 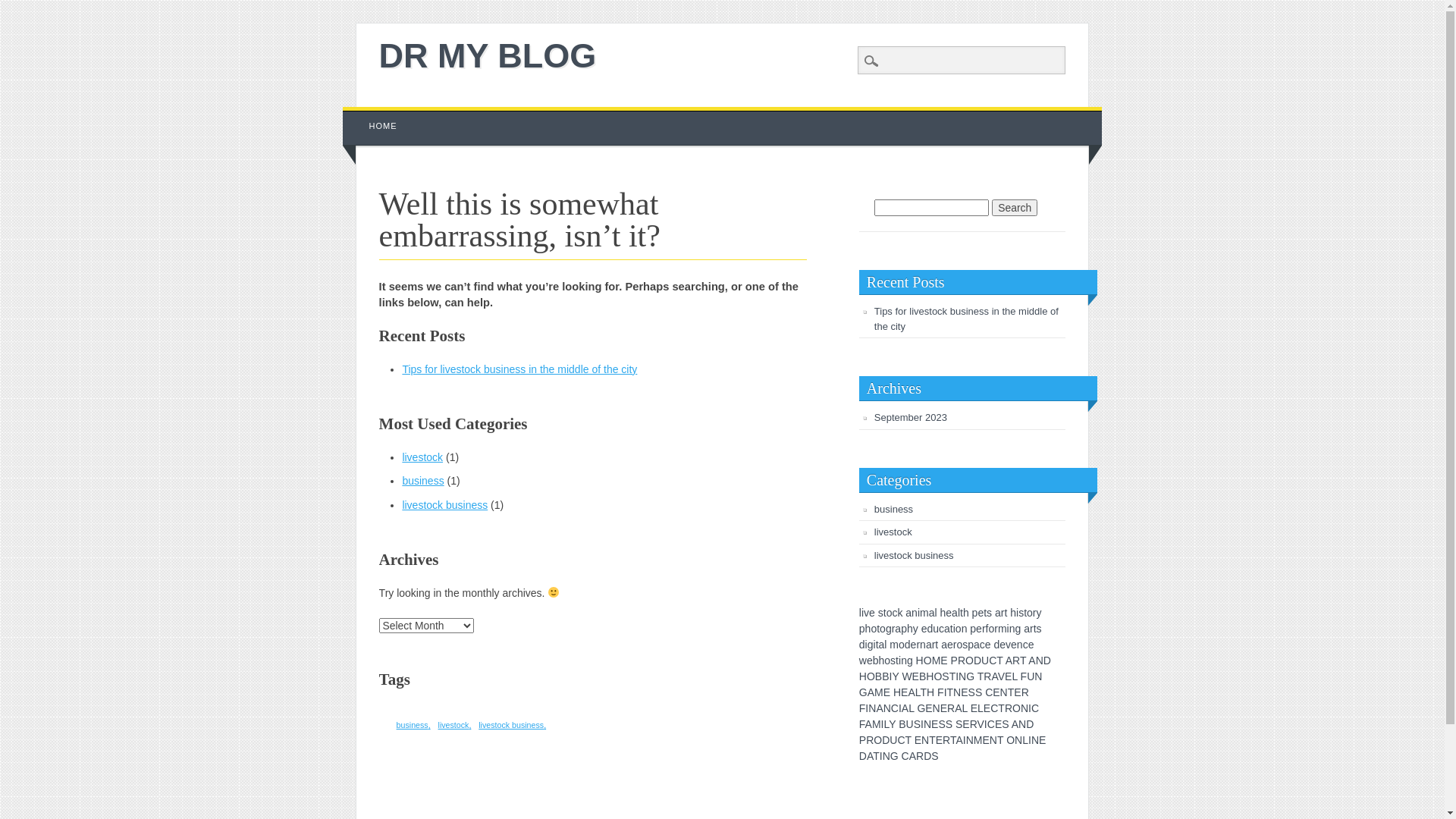 I want to click on 'E', so click(x=1017, y=692).